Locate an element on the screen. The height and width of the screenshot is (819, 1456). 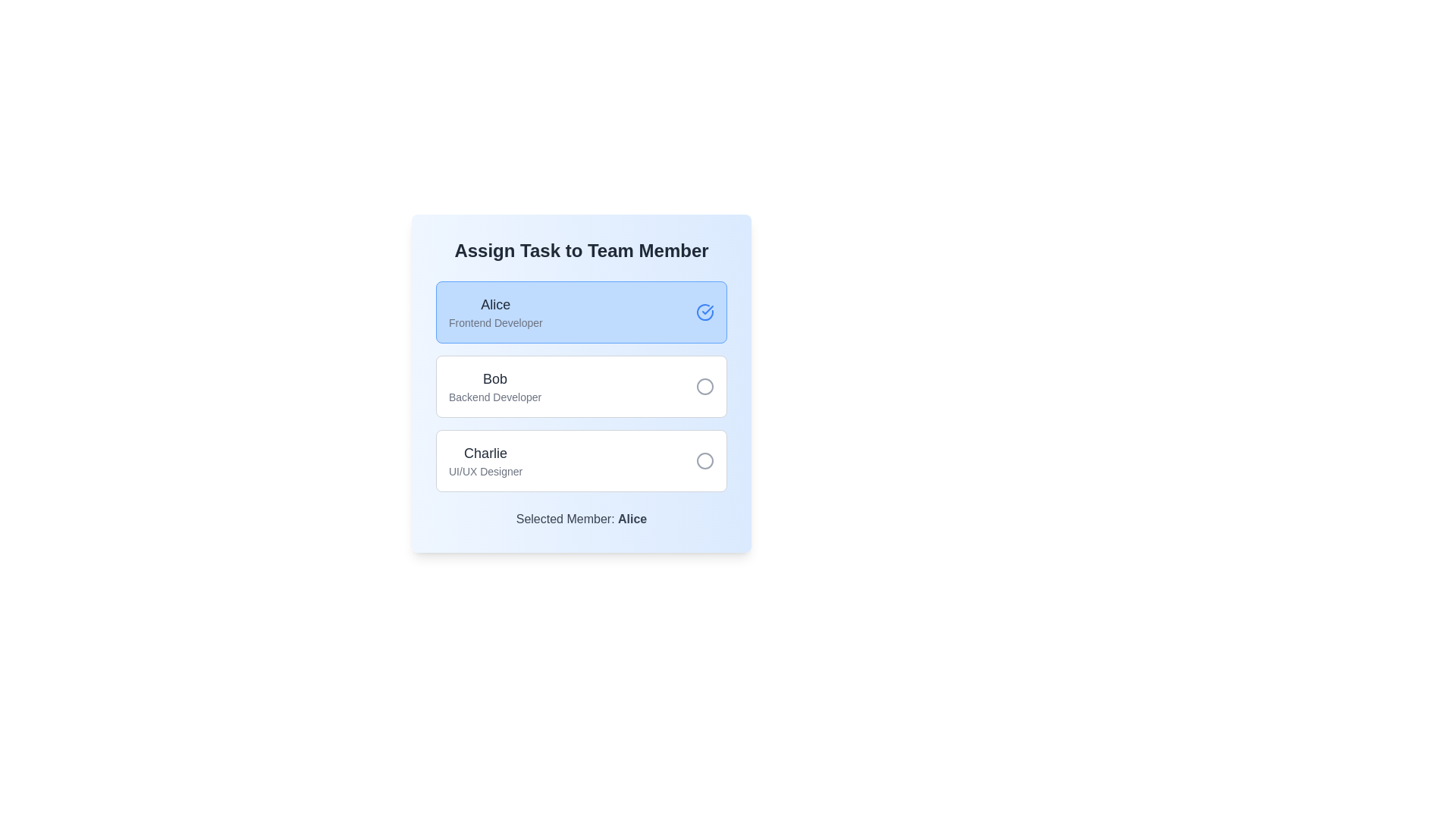
the text label displaying 'Alice' which is part of the sentence 'Selected Member: Alice', located towards the lower part of the interface is located at coordinates (632, 518).